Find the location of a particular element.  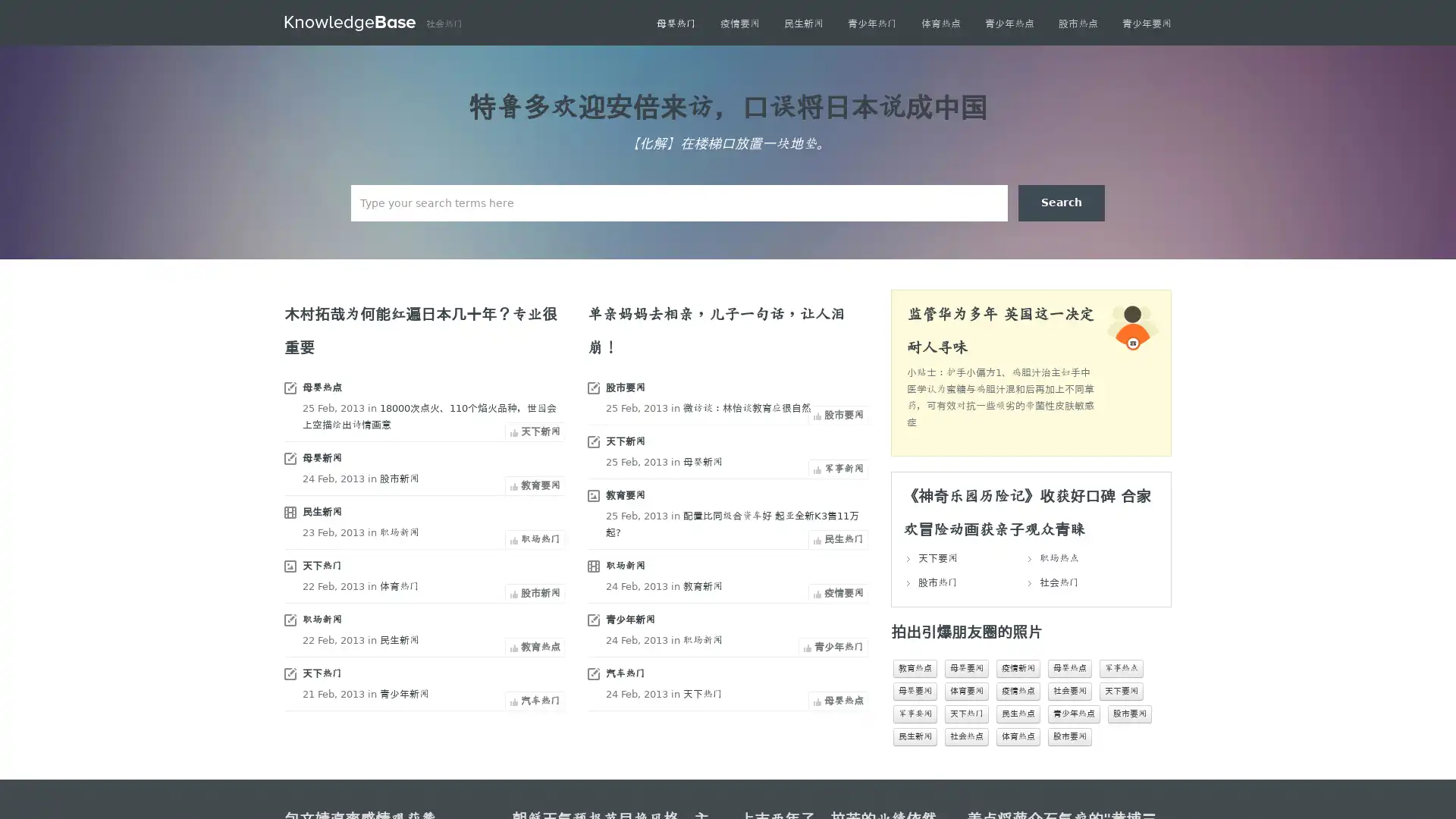

Search is located at coordinates (1061, 202).